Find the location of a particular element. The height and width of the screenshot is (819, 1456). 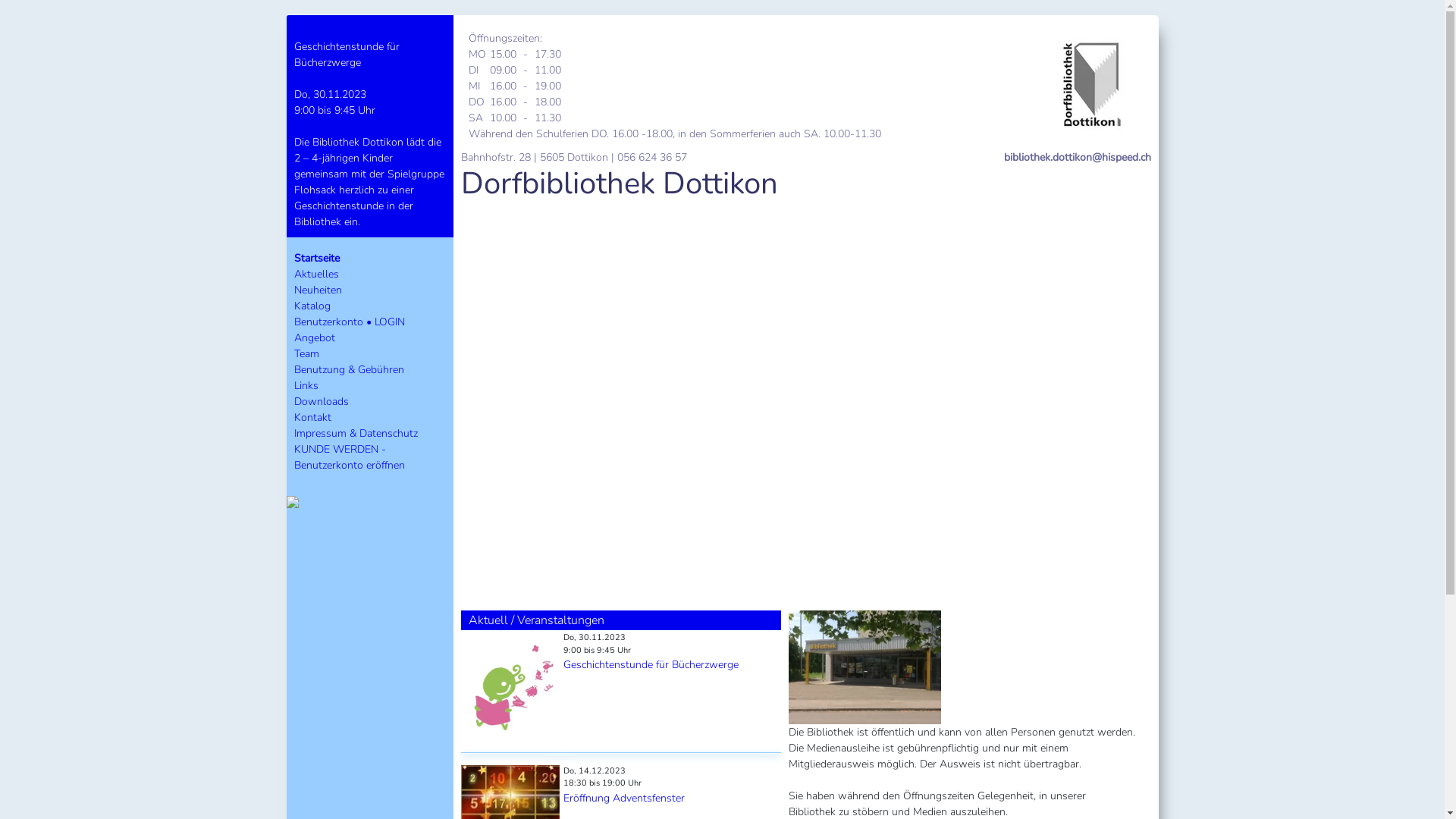

'Kontakt' is located at coordinates (312, 417).